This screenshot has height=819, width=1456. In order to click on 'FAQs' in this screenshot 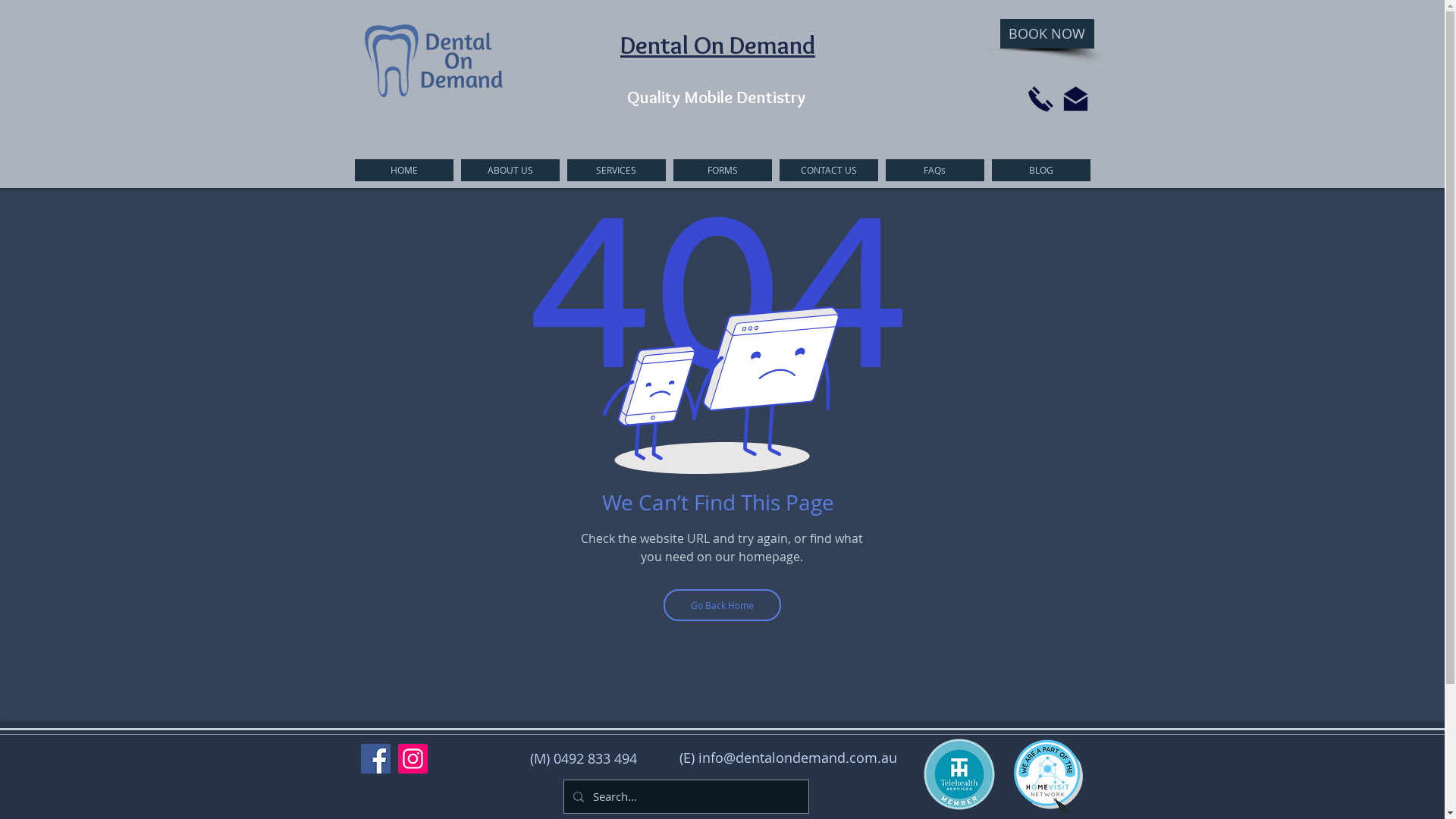, I will do `click(934, 170)`.